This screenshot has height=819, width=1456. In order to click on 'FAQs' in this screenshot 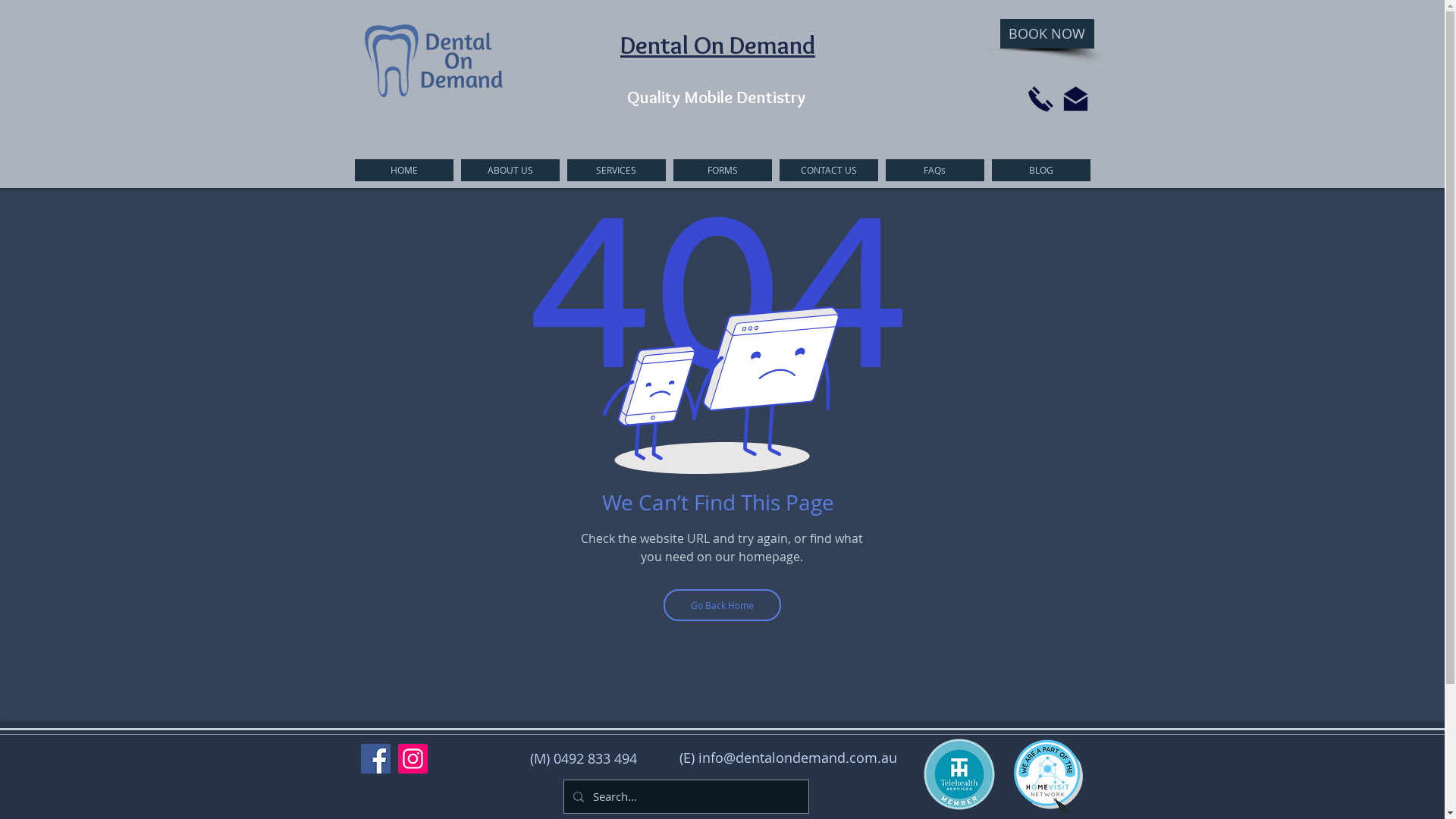, I will do `click(934, 170)`.